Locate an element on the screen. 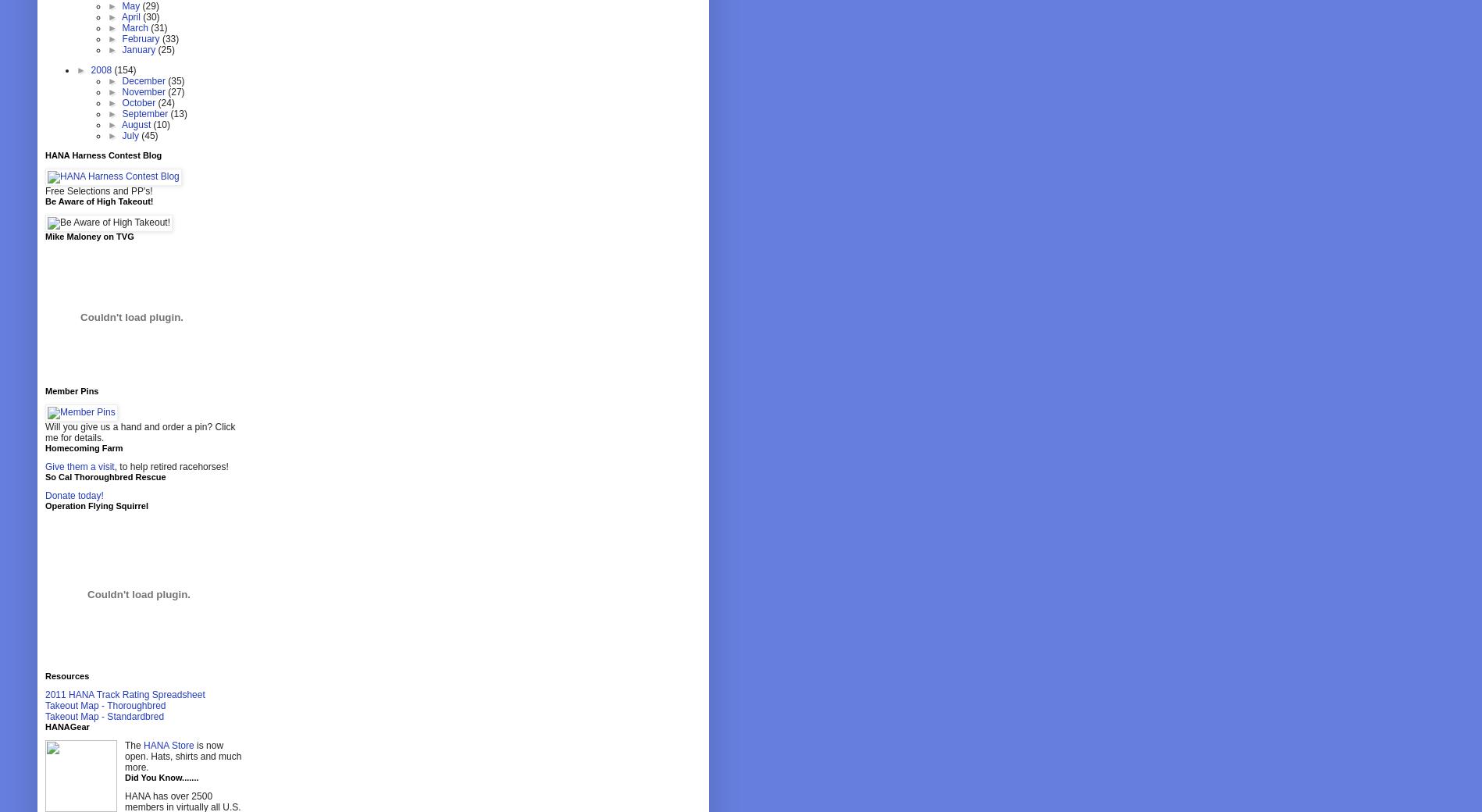  '(45)' is located at coordinates (141, 135).